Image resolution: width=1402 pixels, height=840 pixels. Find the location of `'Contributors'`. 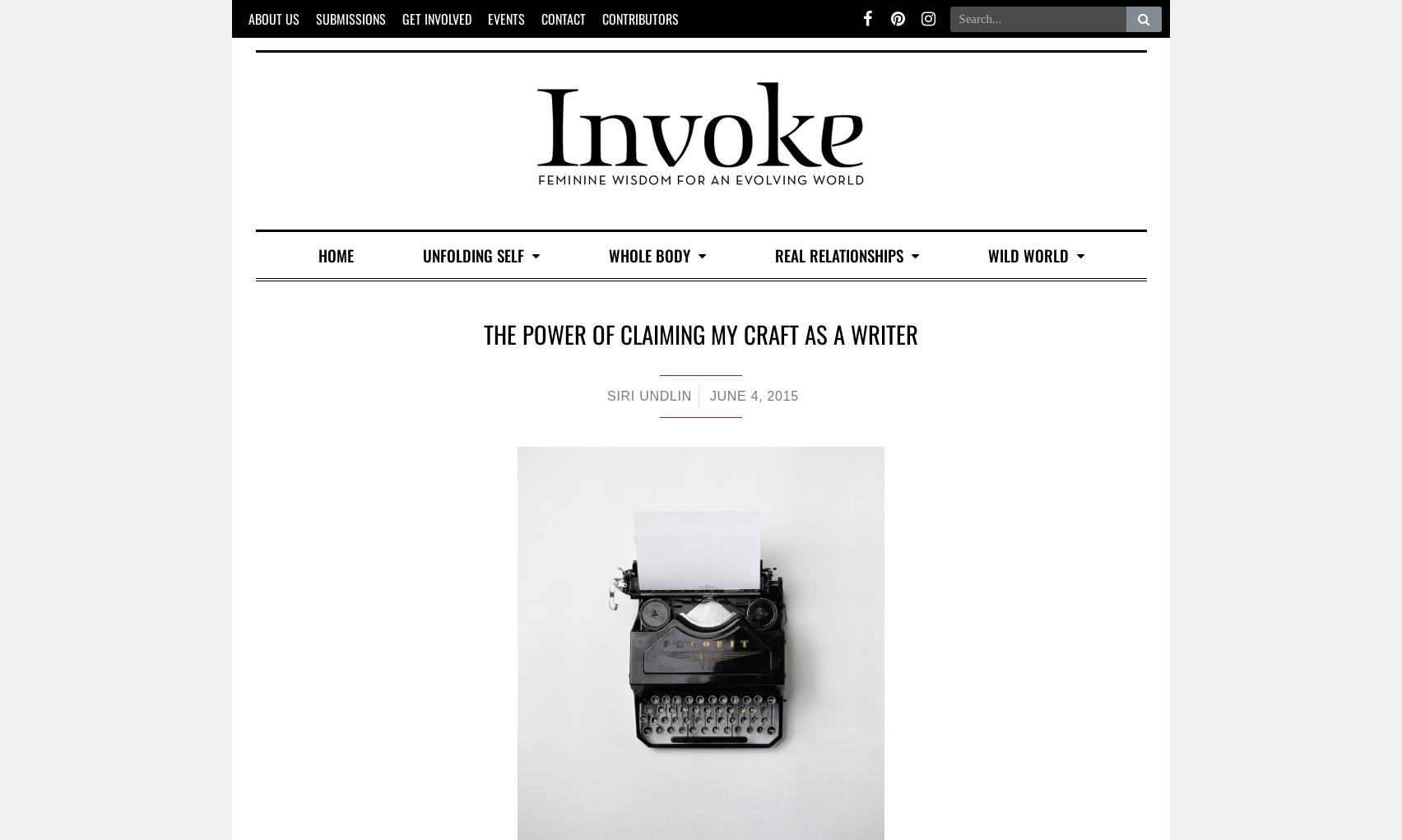

'Contributors' is located at coordinates (639, 17).